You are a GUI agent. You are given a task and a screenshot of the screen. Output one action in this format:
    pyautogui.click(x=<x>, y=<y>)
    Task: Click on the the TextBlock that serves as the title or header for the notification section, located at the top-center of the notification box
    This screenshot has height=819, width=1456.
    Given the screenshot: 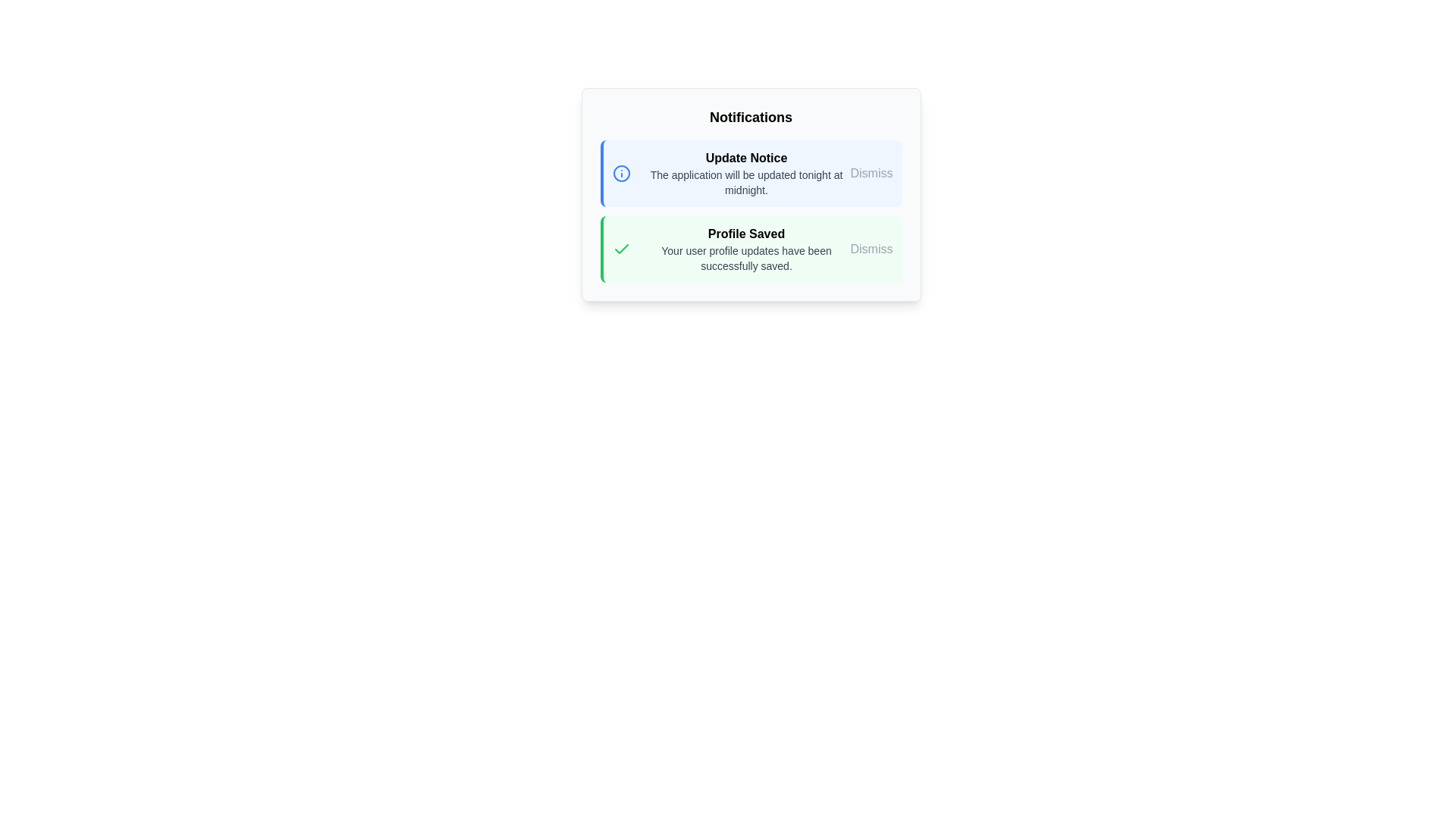 What is the action you would take?
    pyautogui.click(x=751, y=116)
    